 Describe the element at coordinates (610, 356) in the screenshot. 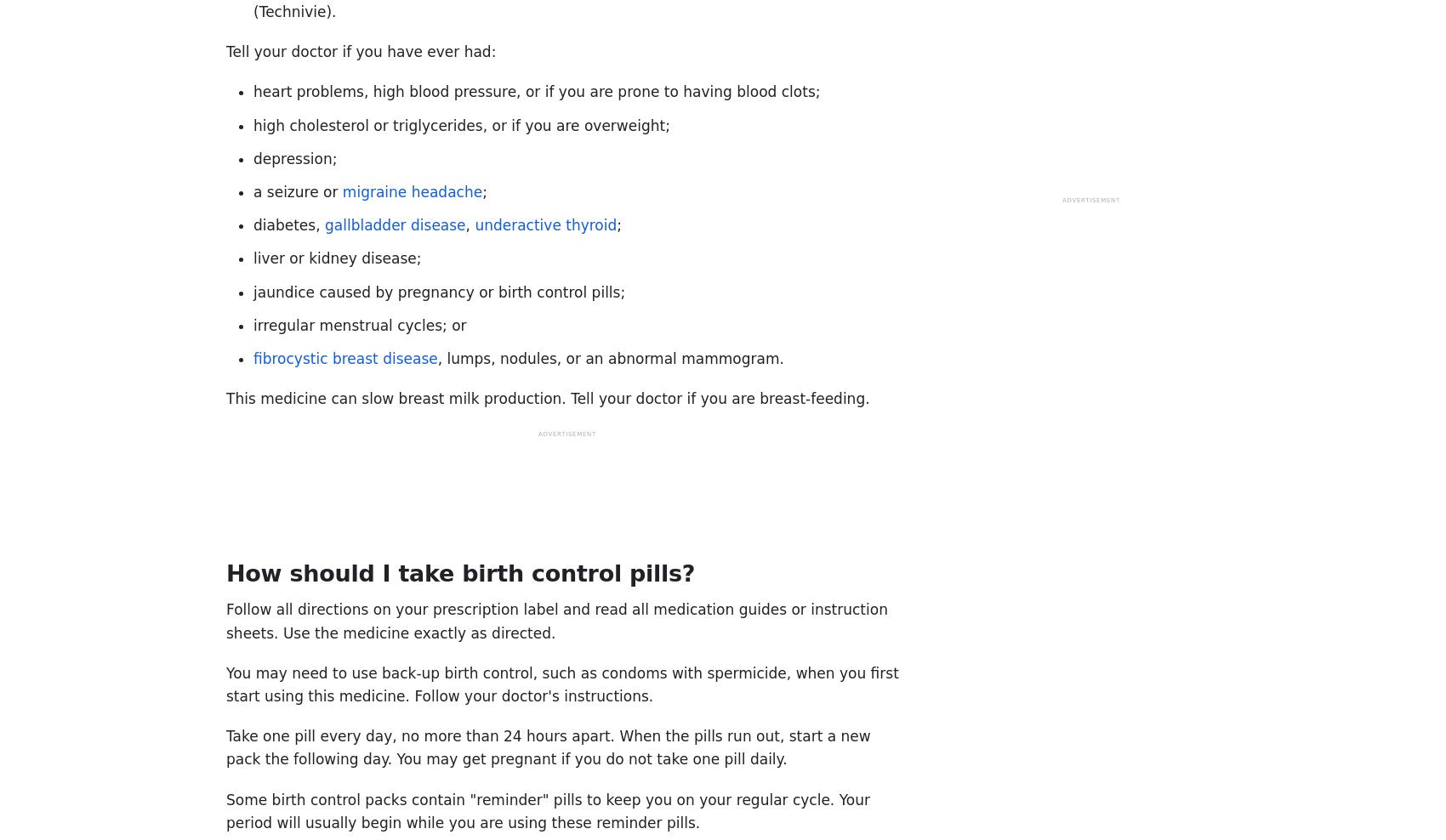

I see `', lumps, nodules, or an abnormal mammogram.'` at that location.